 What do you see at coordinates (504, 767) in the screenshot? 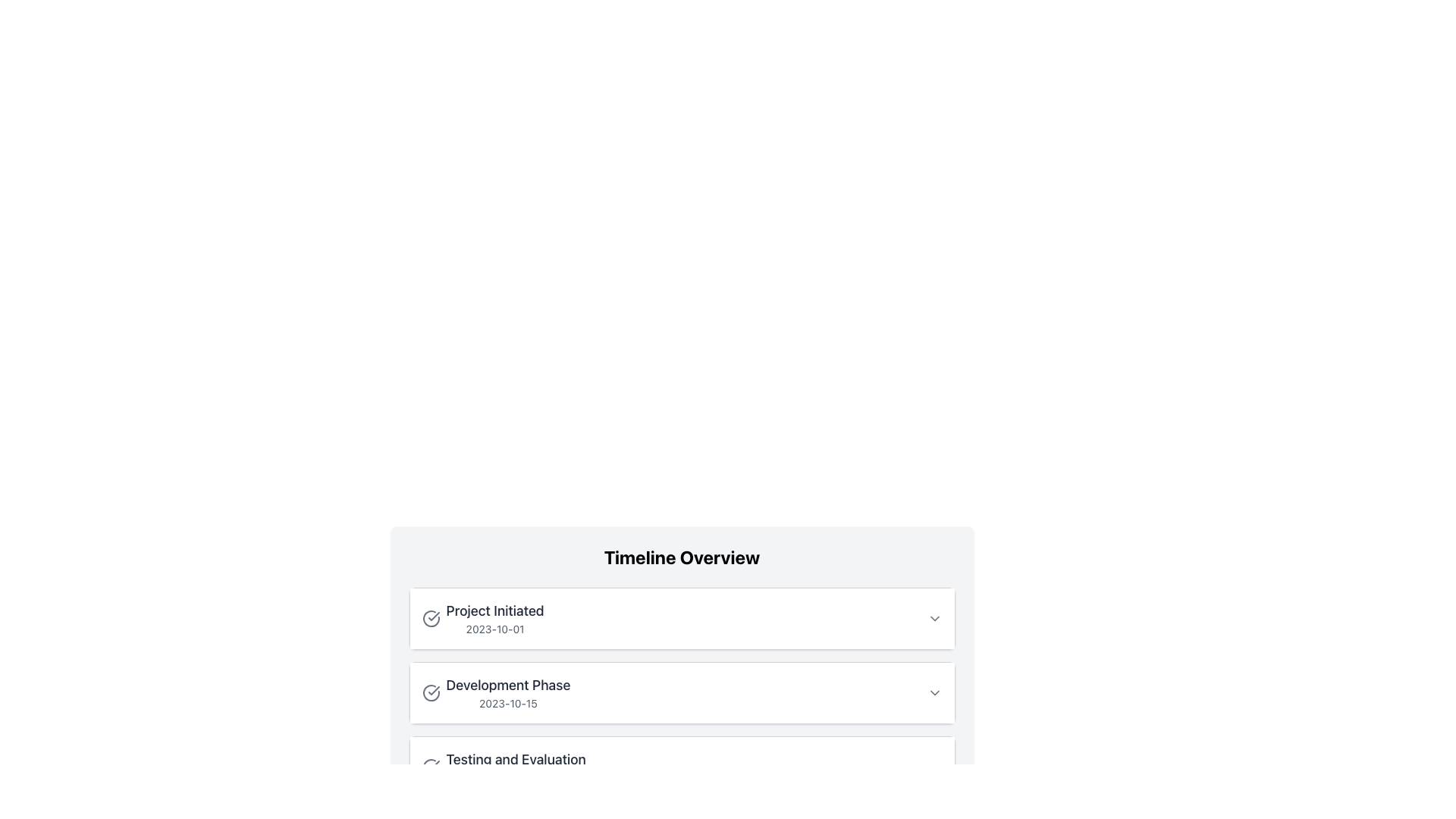
I see `the third text label in the timeline overview` at bounding box center [504, 767].